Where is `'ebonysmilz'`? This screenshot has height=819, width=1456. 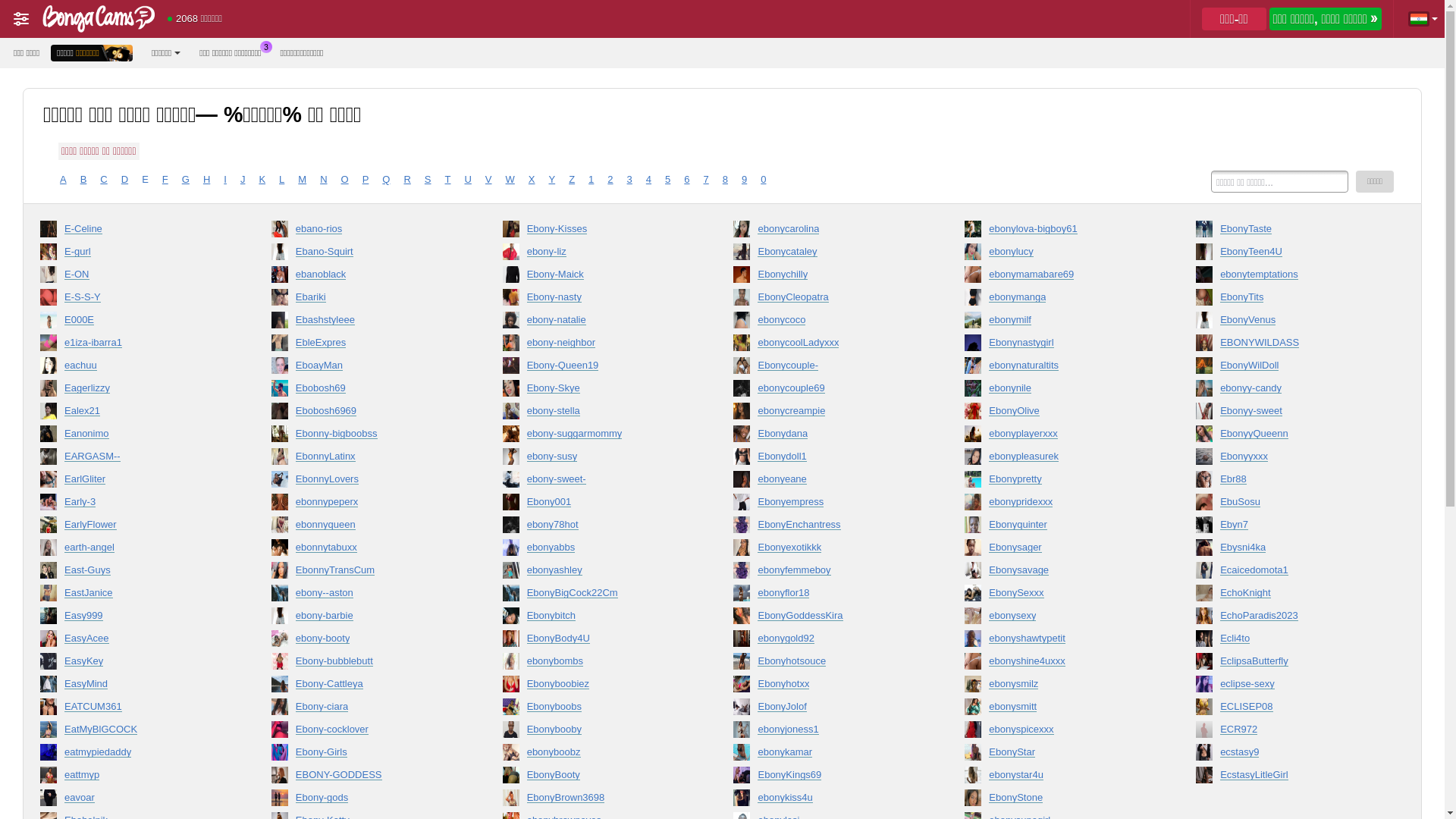 'ebonysmilz' is located at coordinates (1058, 687).